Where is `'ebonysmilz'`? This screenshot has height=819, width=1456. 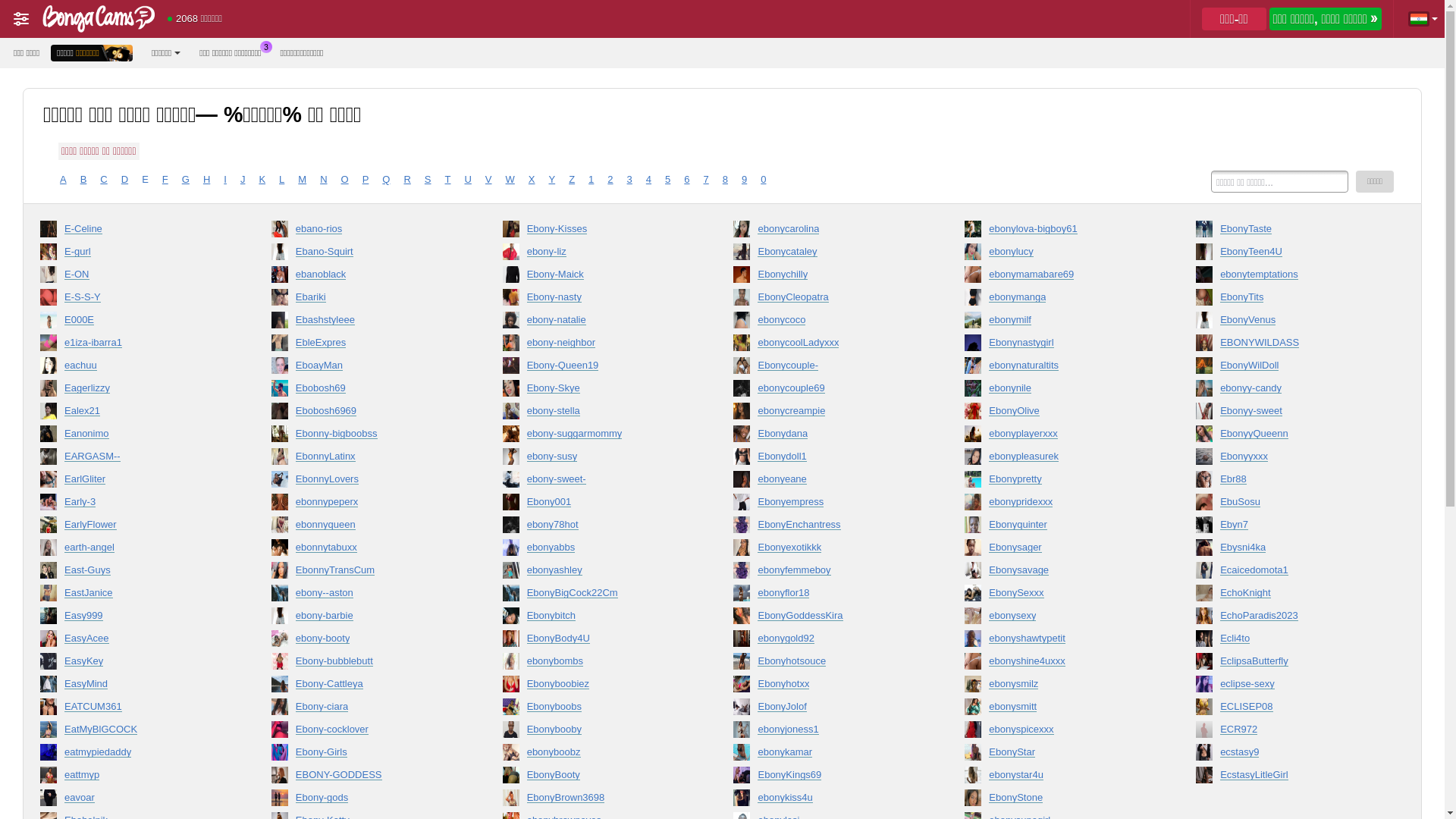 'ebonysmilz' is located at coordinates (1058, 687).